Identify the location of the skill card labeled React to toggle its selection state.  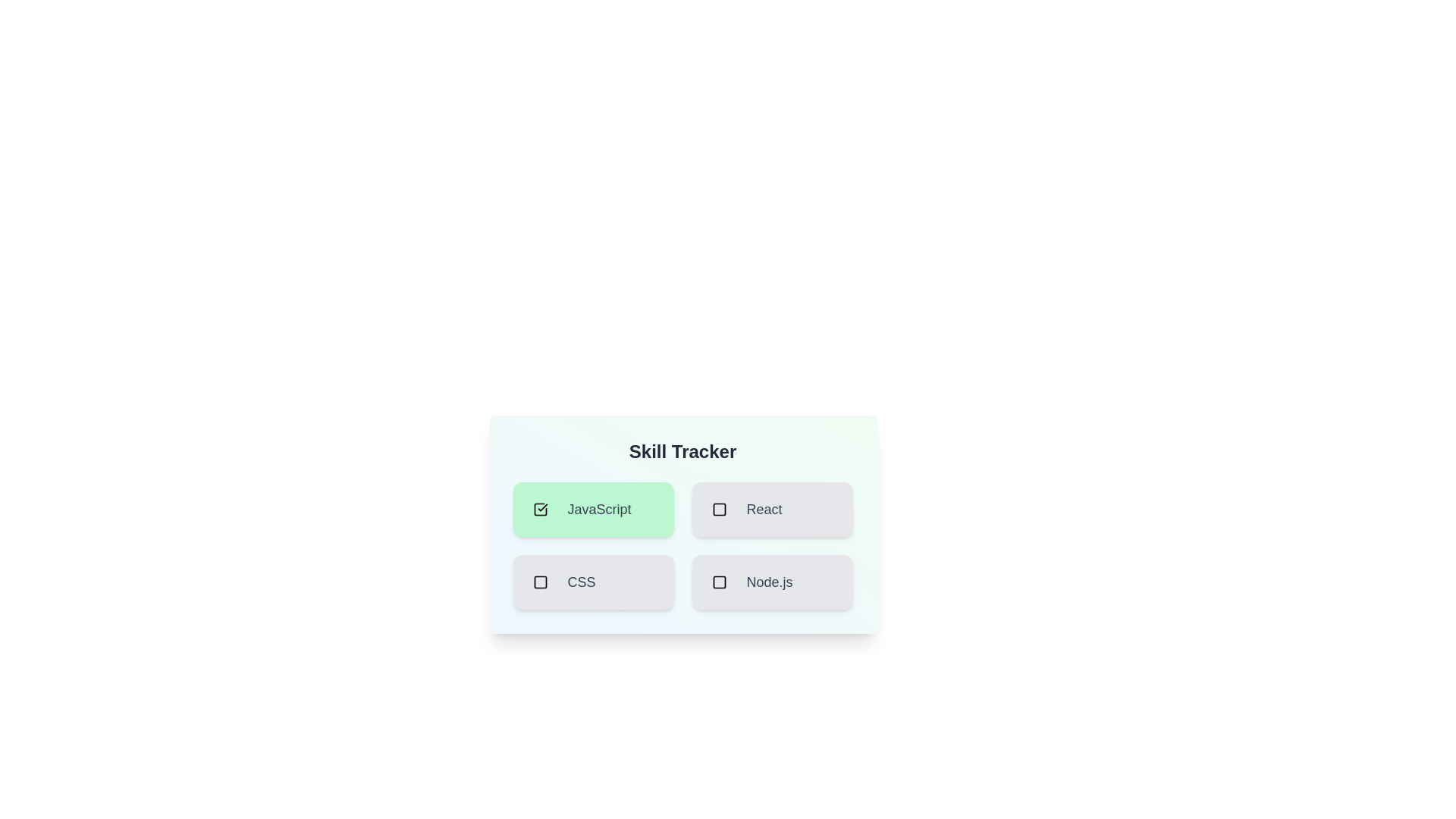
(772, 509).